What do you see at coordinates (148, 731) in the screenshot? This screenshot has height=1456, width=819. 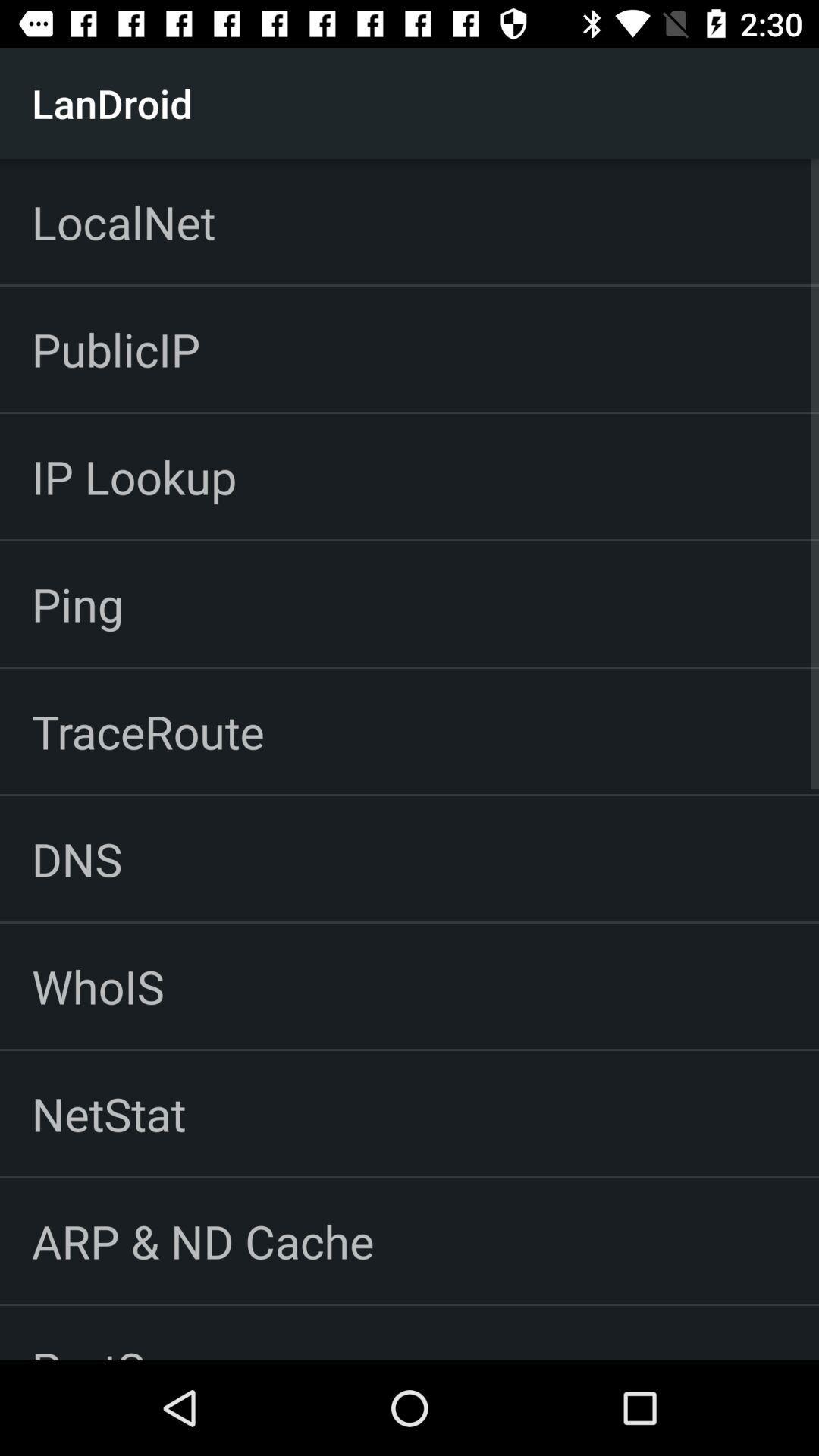 I see `app below ping icon` at bounding box center [148, 731].